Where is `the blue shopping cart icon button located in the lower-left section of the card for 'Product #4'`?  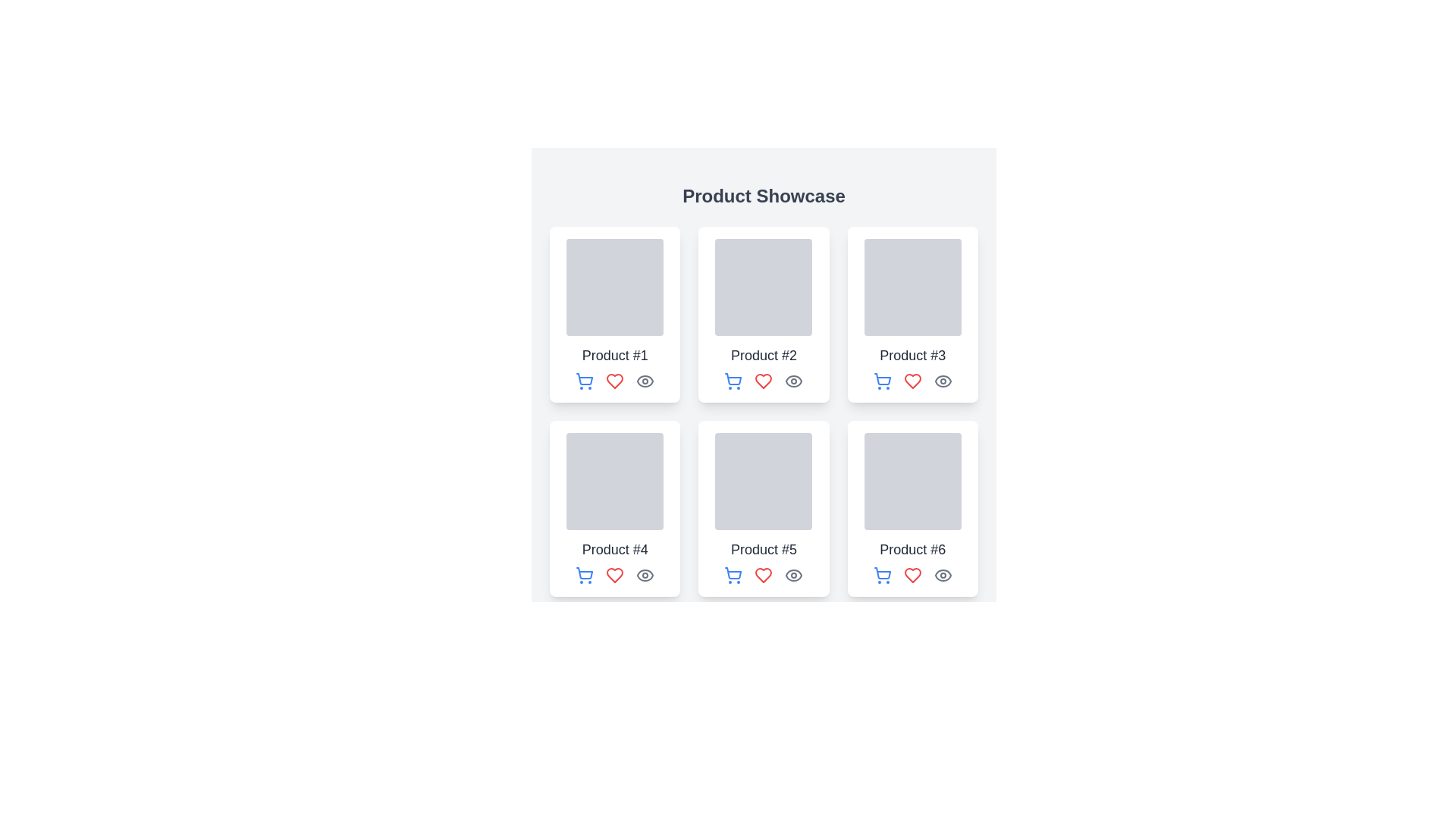
the blue shopping cart icon button located in the lower-left section of the card for 'Product #4' is located at coordinates (584, 576).